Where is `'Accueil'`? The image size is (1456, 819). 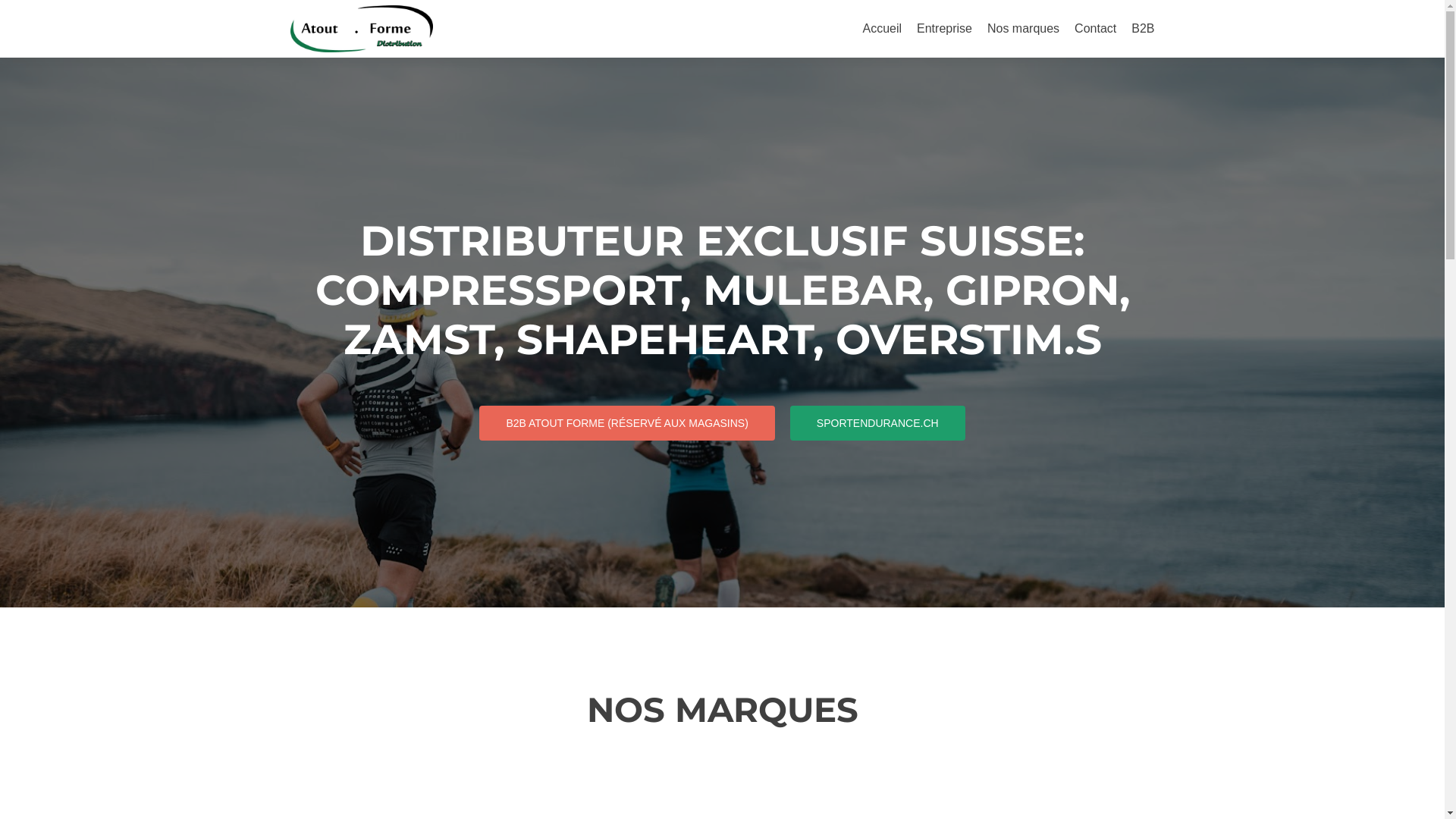 'Accueil' is located at coordinates (862, 28).